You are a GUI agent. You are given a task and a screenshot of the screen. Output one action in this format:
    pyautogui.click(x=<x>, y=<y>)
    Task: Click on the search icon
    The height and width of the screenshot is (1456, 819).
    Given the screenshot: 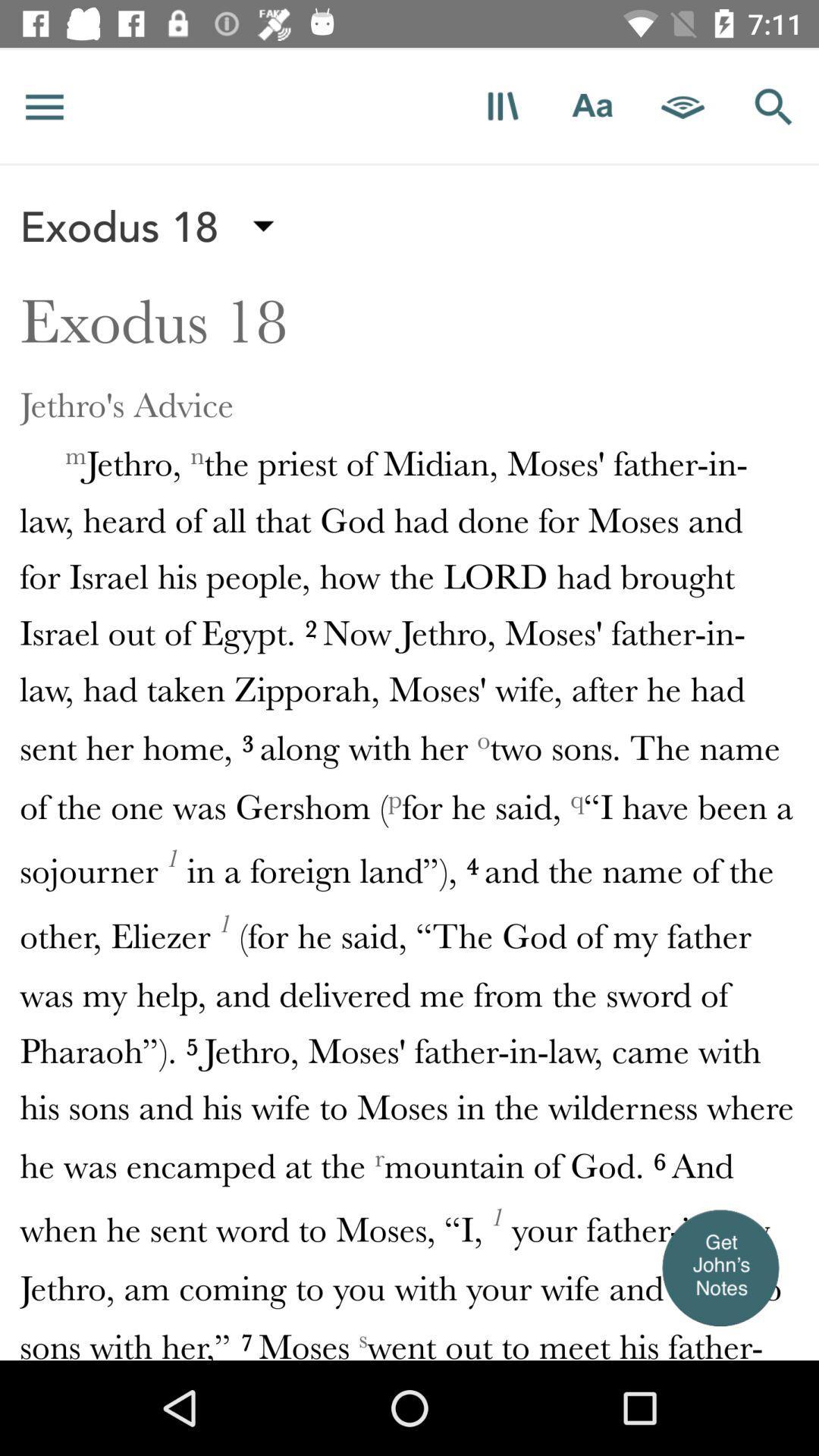 What is the action you would take?
    pyautogui.click(x=773, y=105)
    